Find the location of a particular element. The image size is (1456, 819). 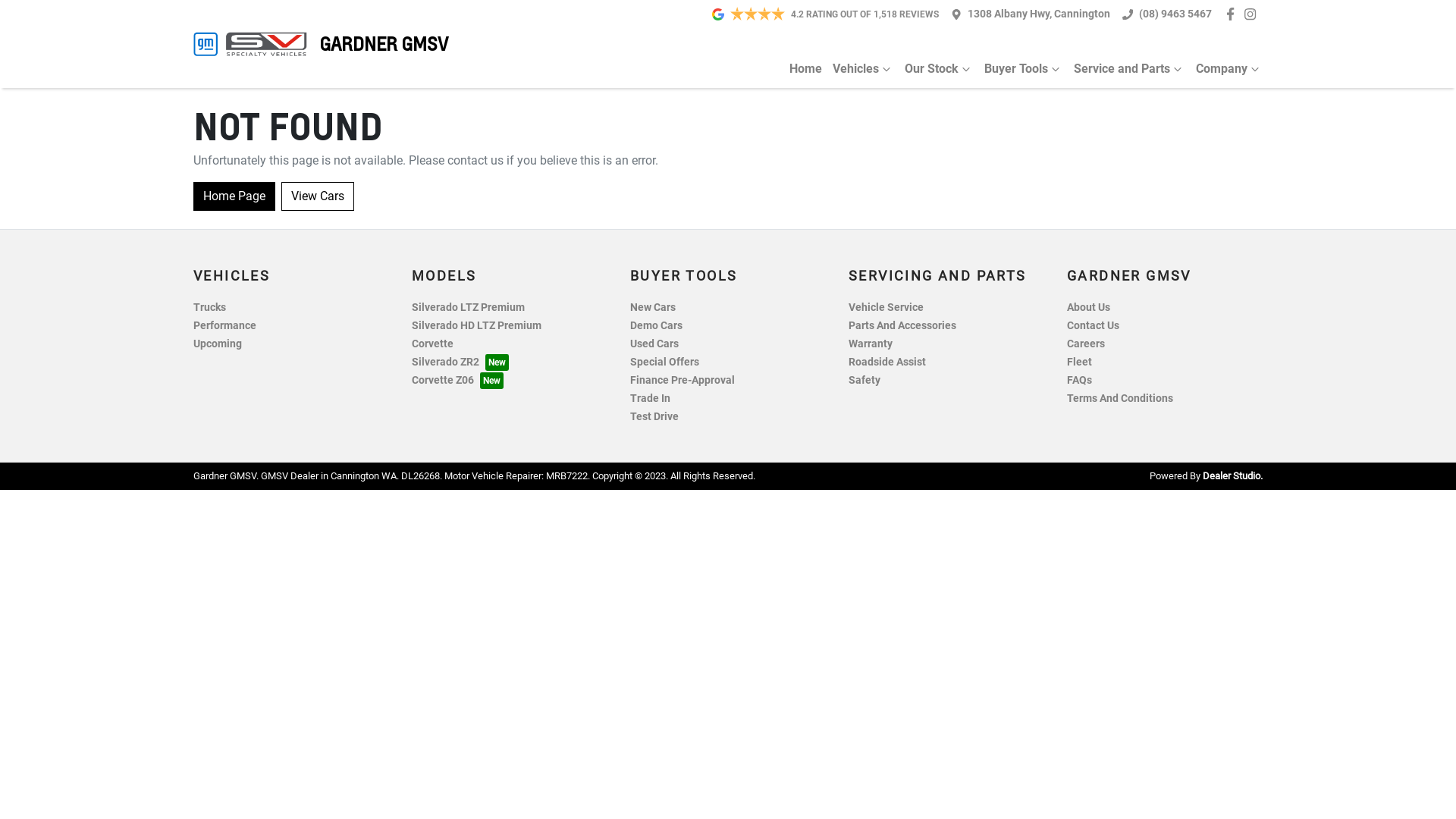

'(08) 9463 5467' is located at coordinates (1175, 14).